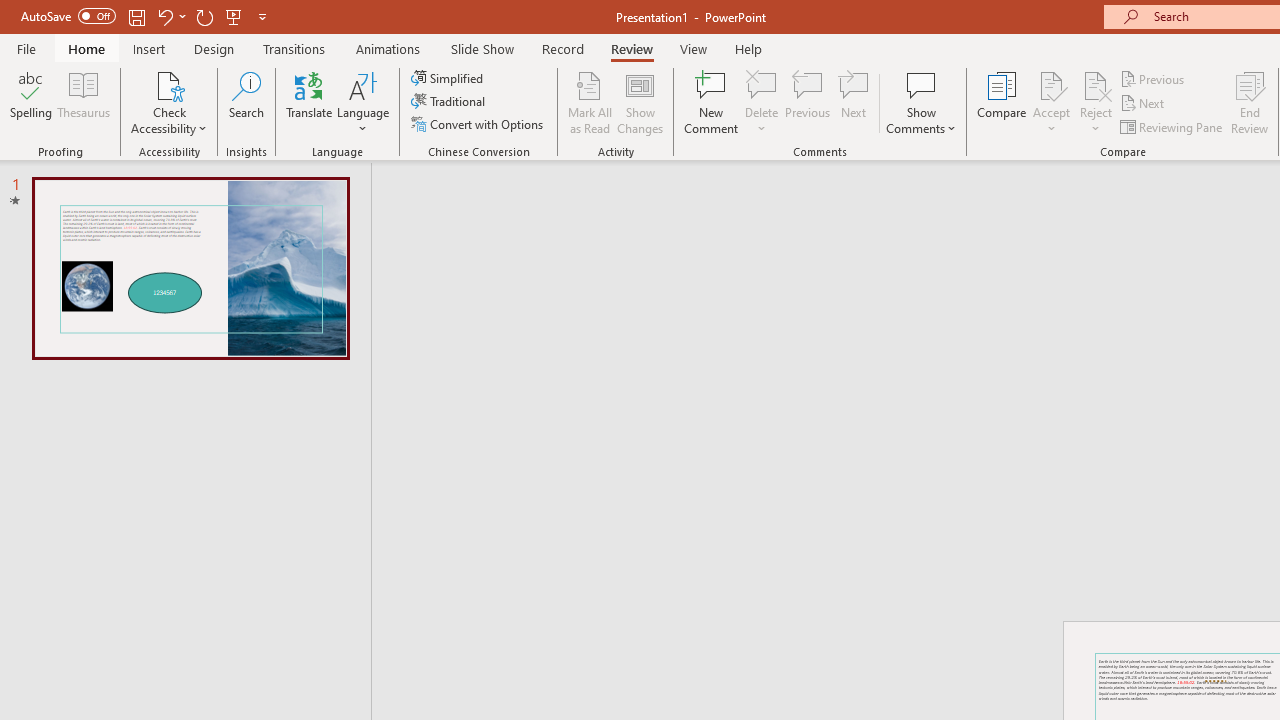 The image size is (1280, 720). Describe the element at coordinates (246, 103) in the screenshot. I see `'Search'` at that location.